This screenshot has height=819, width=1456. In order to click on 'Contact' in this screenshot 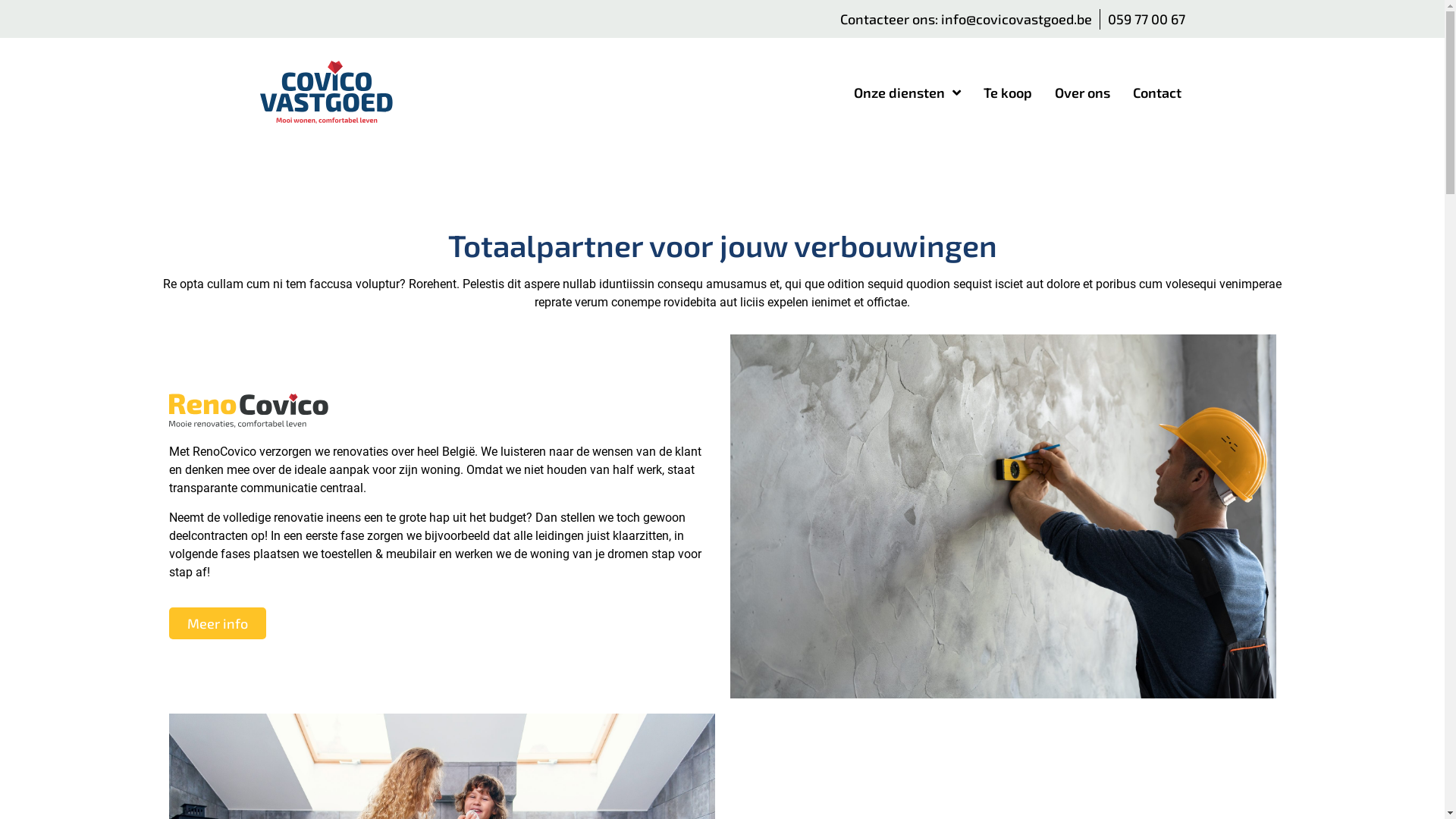, I will do `click(1156, 93)`.